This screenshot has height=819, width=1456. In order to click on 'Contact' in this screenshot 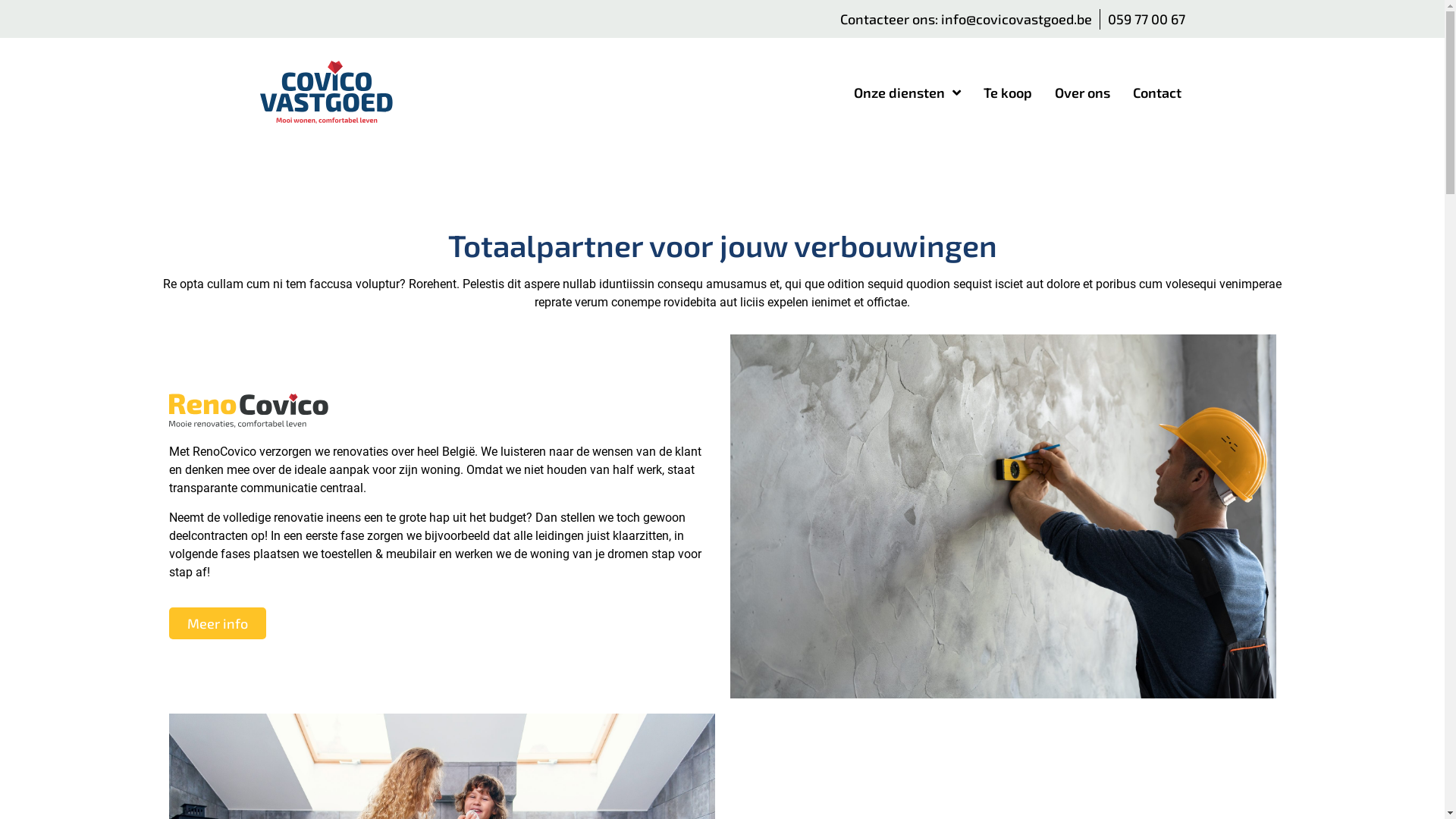, I will do `click(1156, 93)`.